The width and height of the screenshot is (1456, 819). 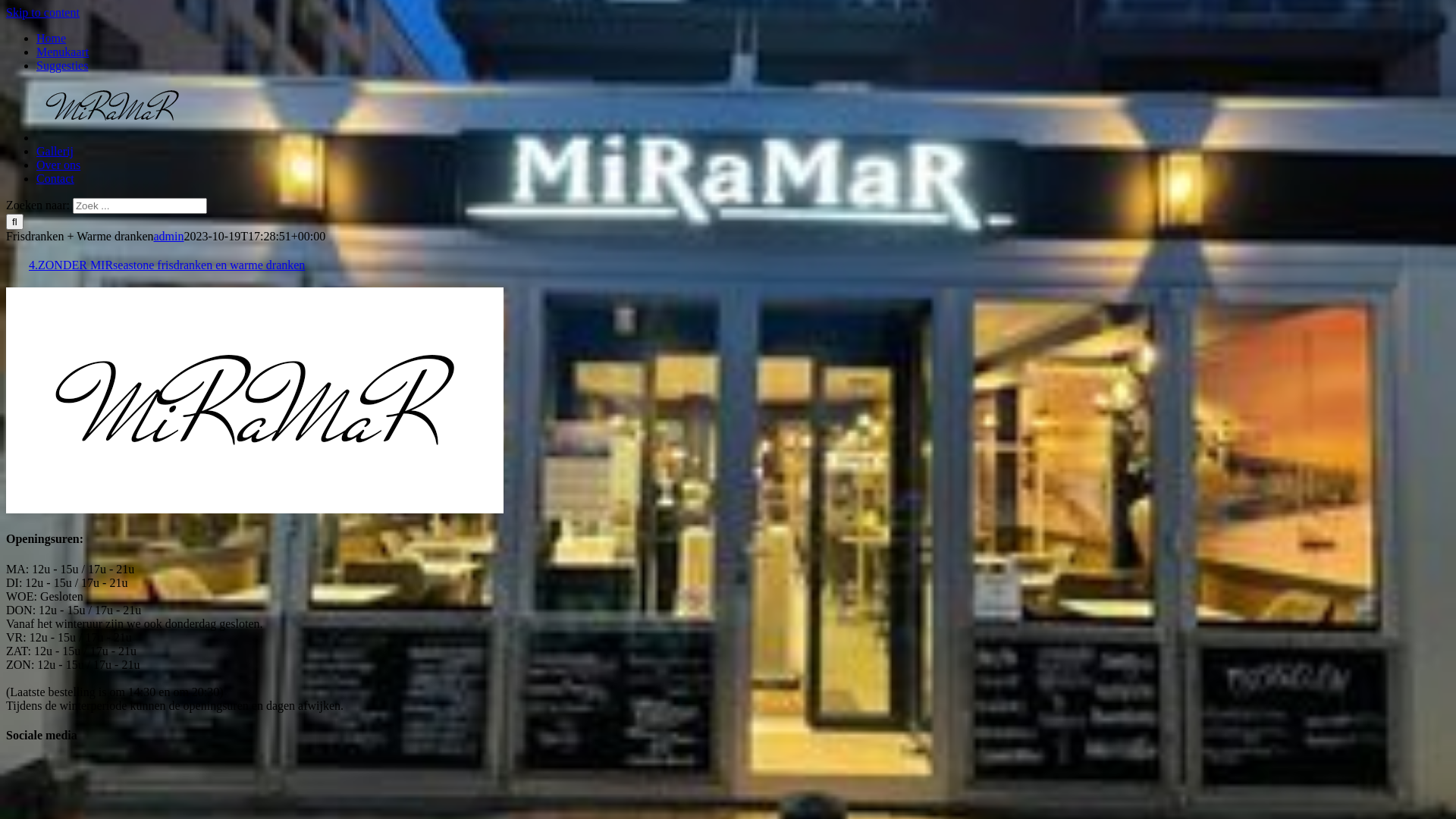 What do you see at coordinates (61, 64) in the screenshot?
I see `'Suggesties'` at bounding box center [61, 64].